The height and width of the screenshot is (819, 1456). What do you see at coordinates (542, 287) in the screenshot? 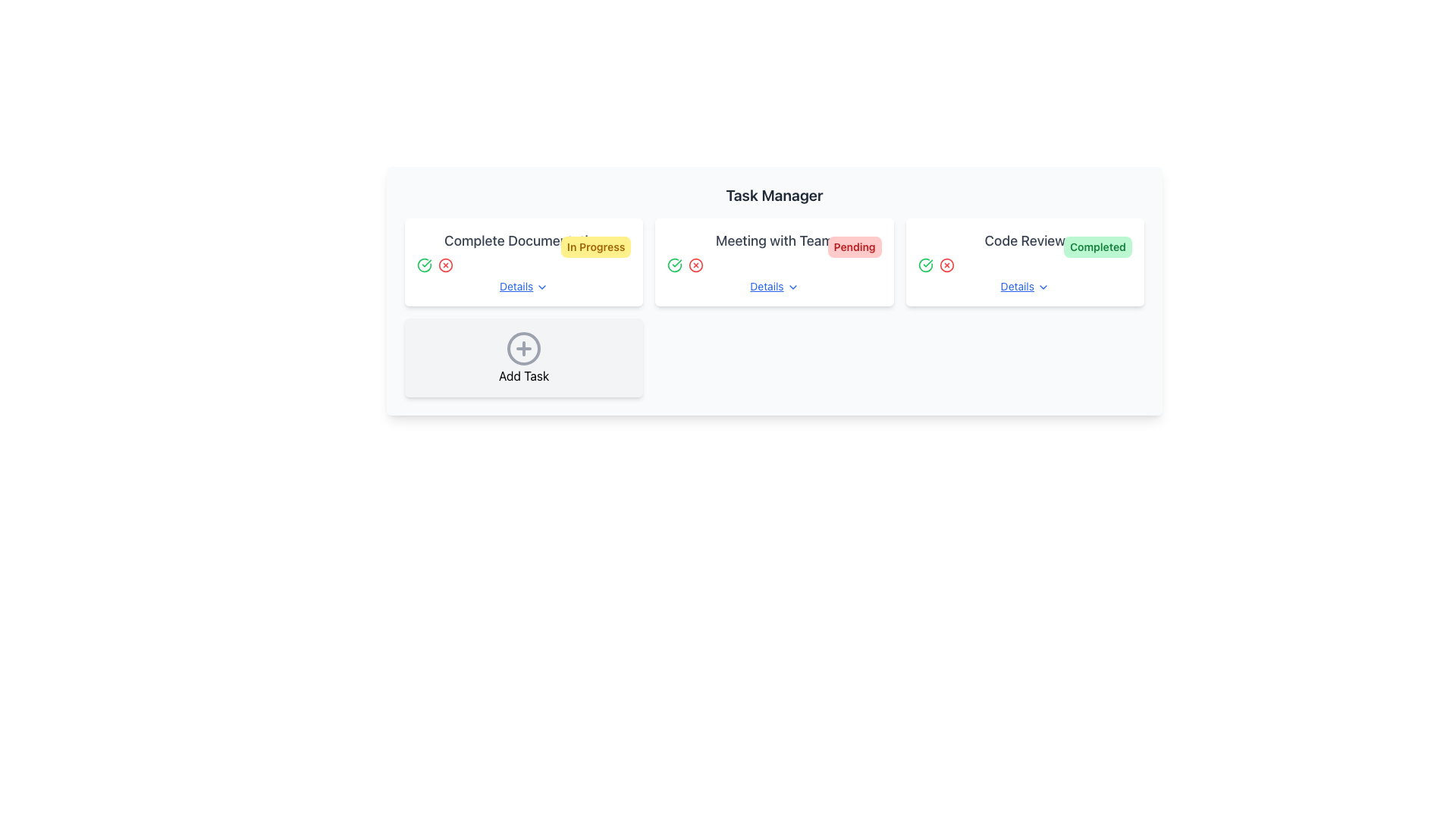
I see `the downward-facing chevron arrow icon next to the 'Details' label in the task card titled 'Complete Document'` at bounding box center [542, 287].